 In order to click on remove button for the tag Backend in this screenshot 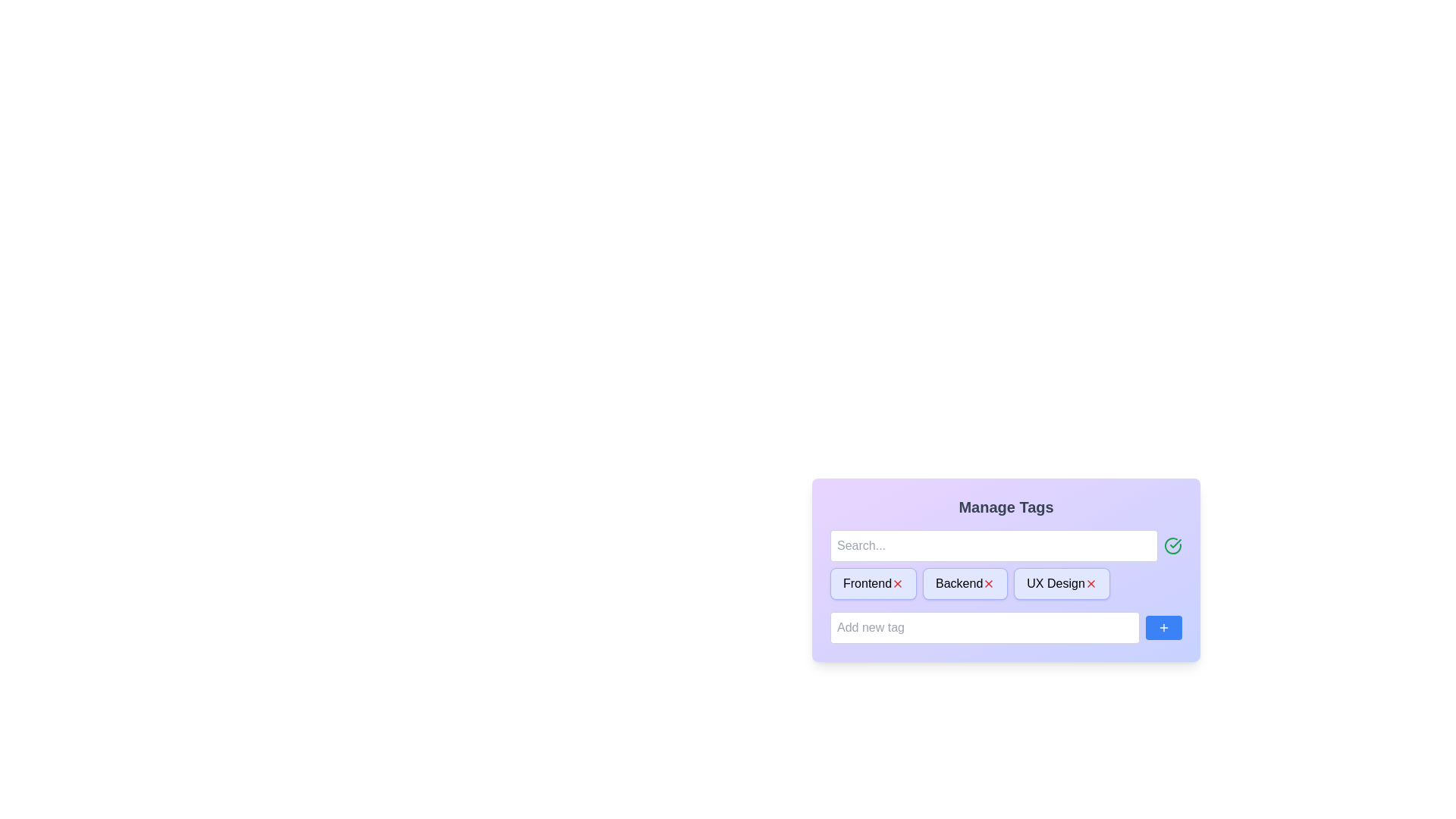, I will do `click(989, 583)`.